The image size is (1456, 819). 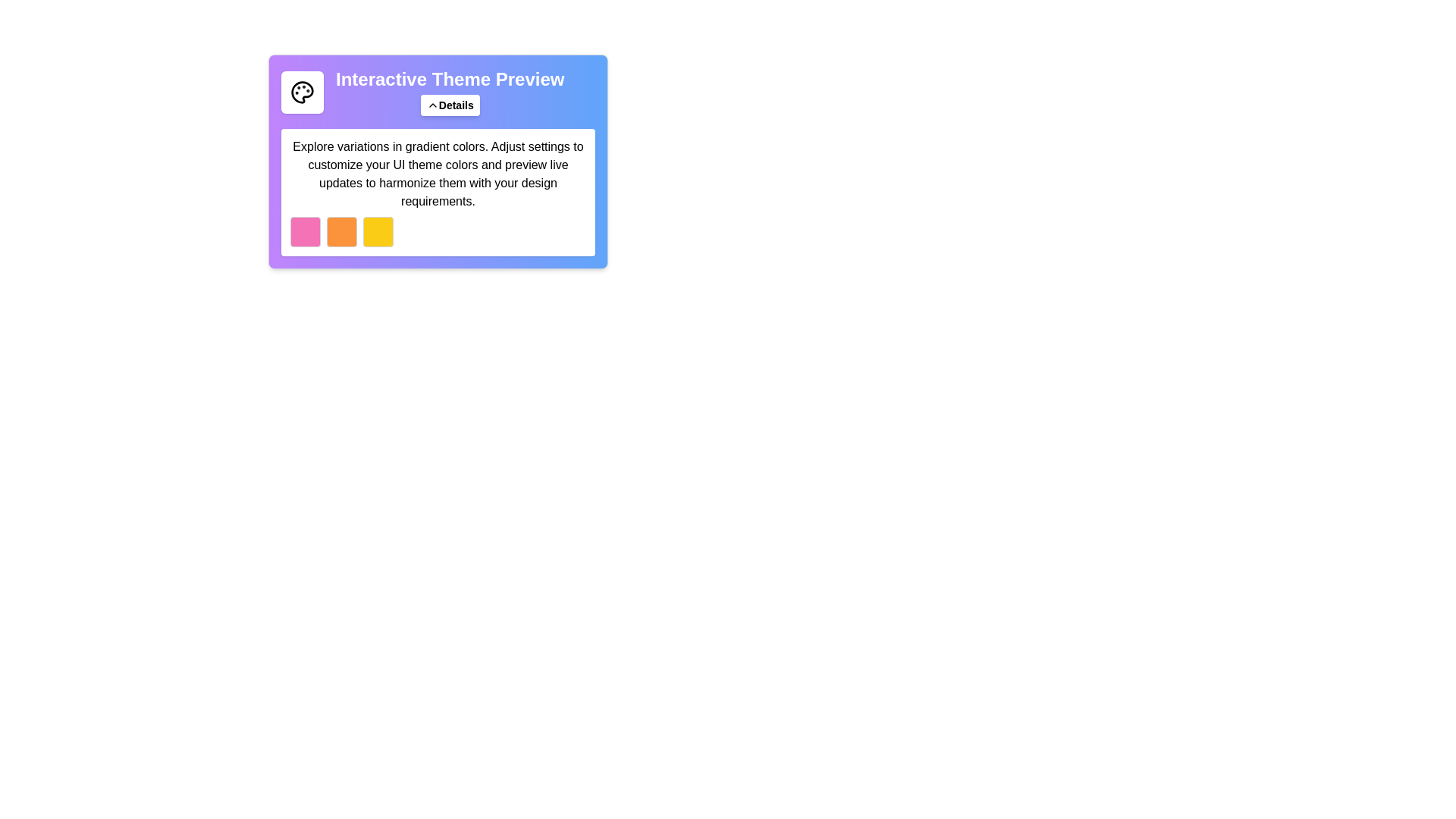 What do you see at coordinates (302, 91) in the screenshot?
I see `the decorative icon located near the top-left corner of the 'Interactive Theme Preview' heading to enhance the visual experience of the interface` at bounding box center [302, 91].